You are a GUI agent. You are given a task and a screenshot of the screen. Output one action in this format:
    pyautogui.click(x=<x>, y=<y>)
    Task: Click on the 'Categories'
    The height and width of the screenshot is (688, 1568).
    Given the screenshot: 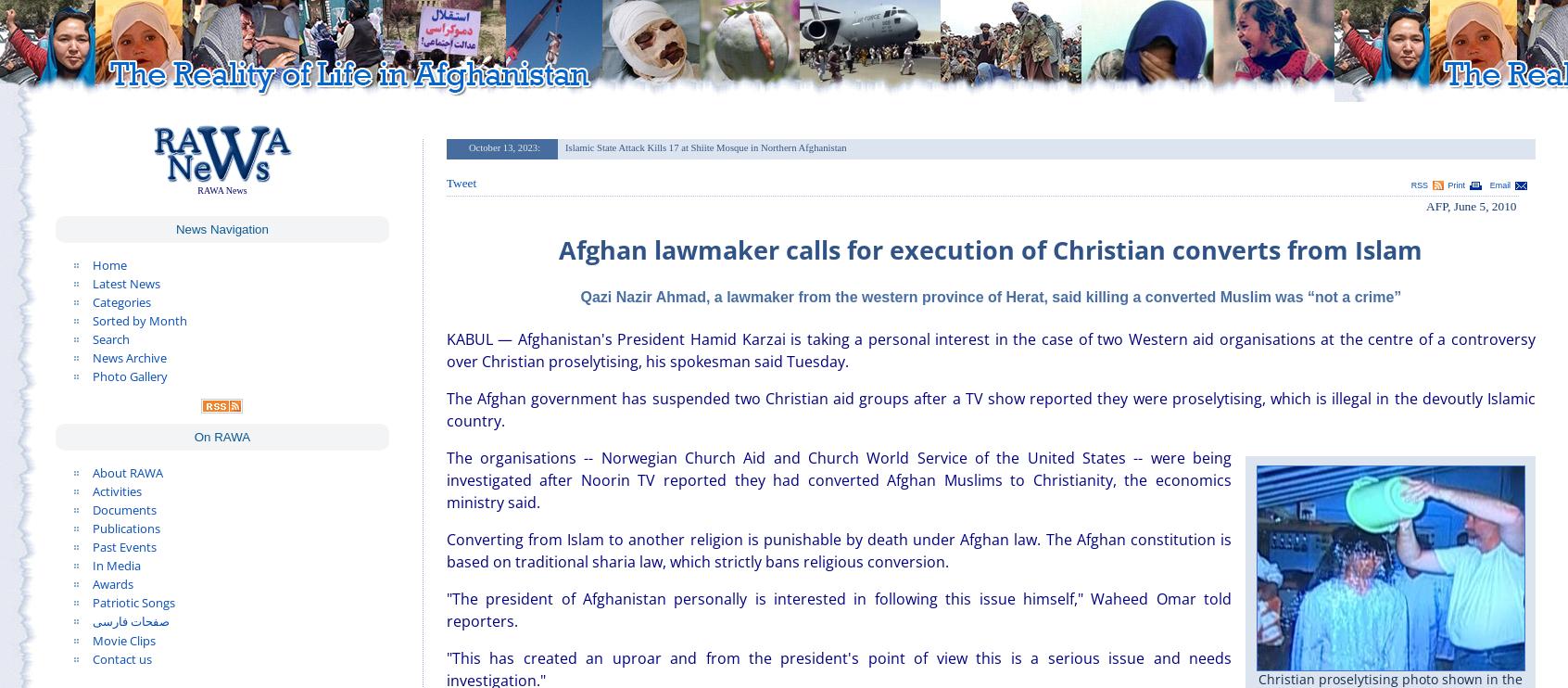 What is the action you would take?
    pyautogui.click(x=121, y=301)
    